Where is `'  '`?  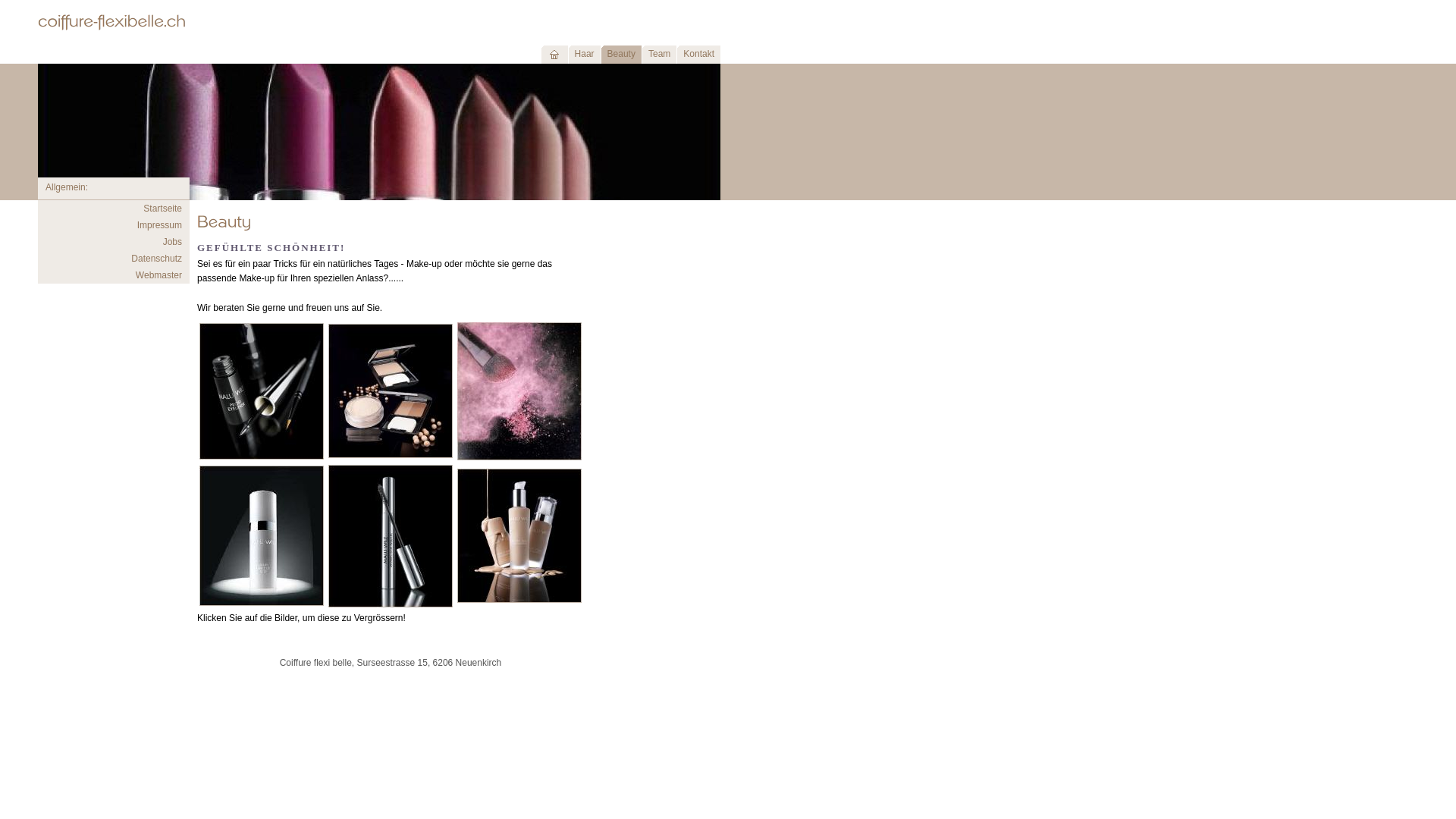 '  ' is located at coordinates (553, 55).